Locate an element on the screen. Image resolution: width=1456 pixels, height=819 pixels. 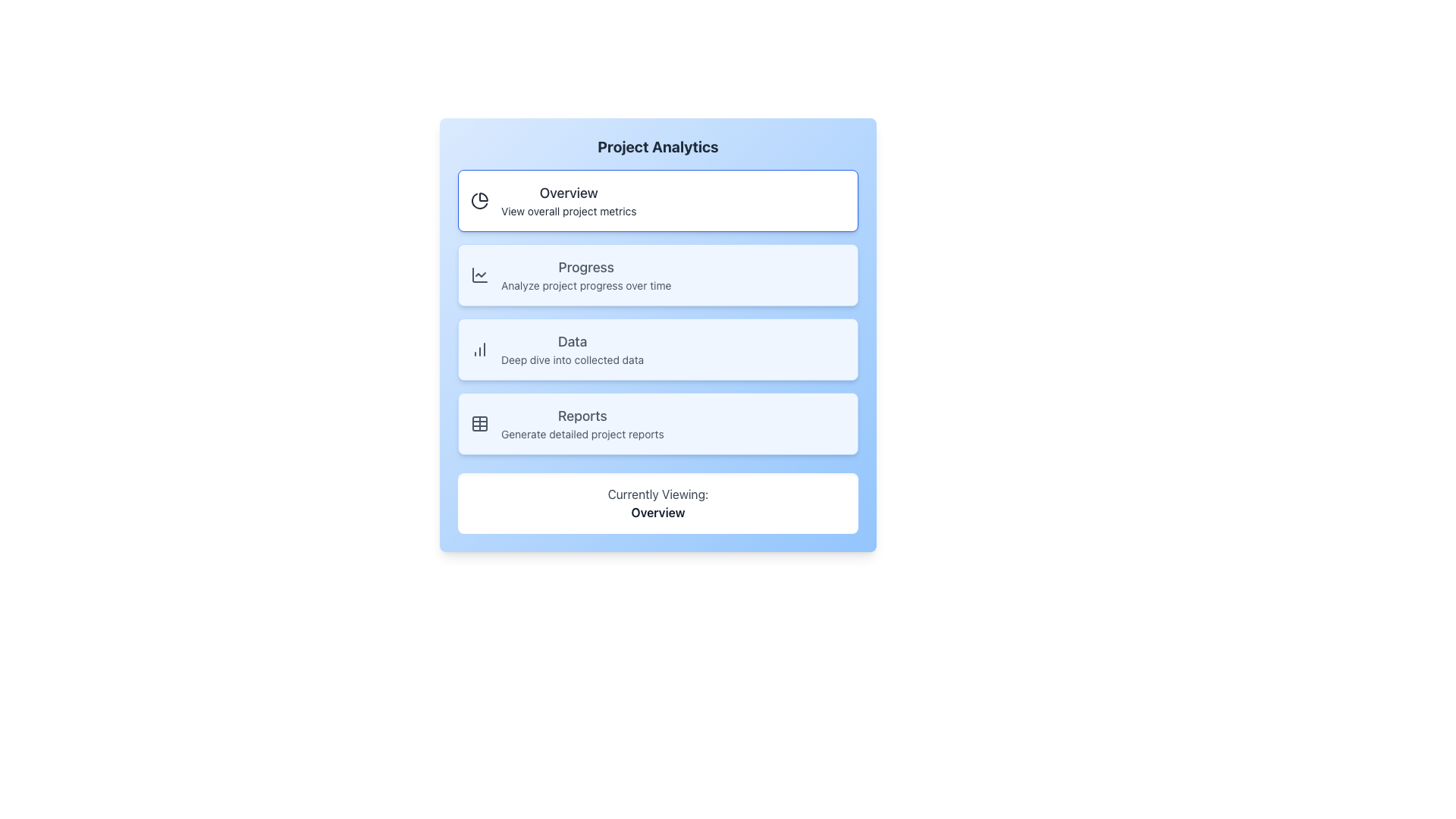
the 'Reports' menu item with subtext in the Project Analytics interface is located at coordinates (582, 424).